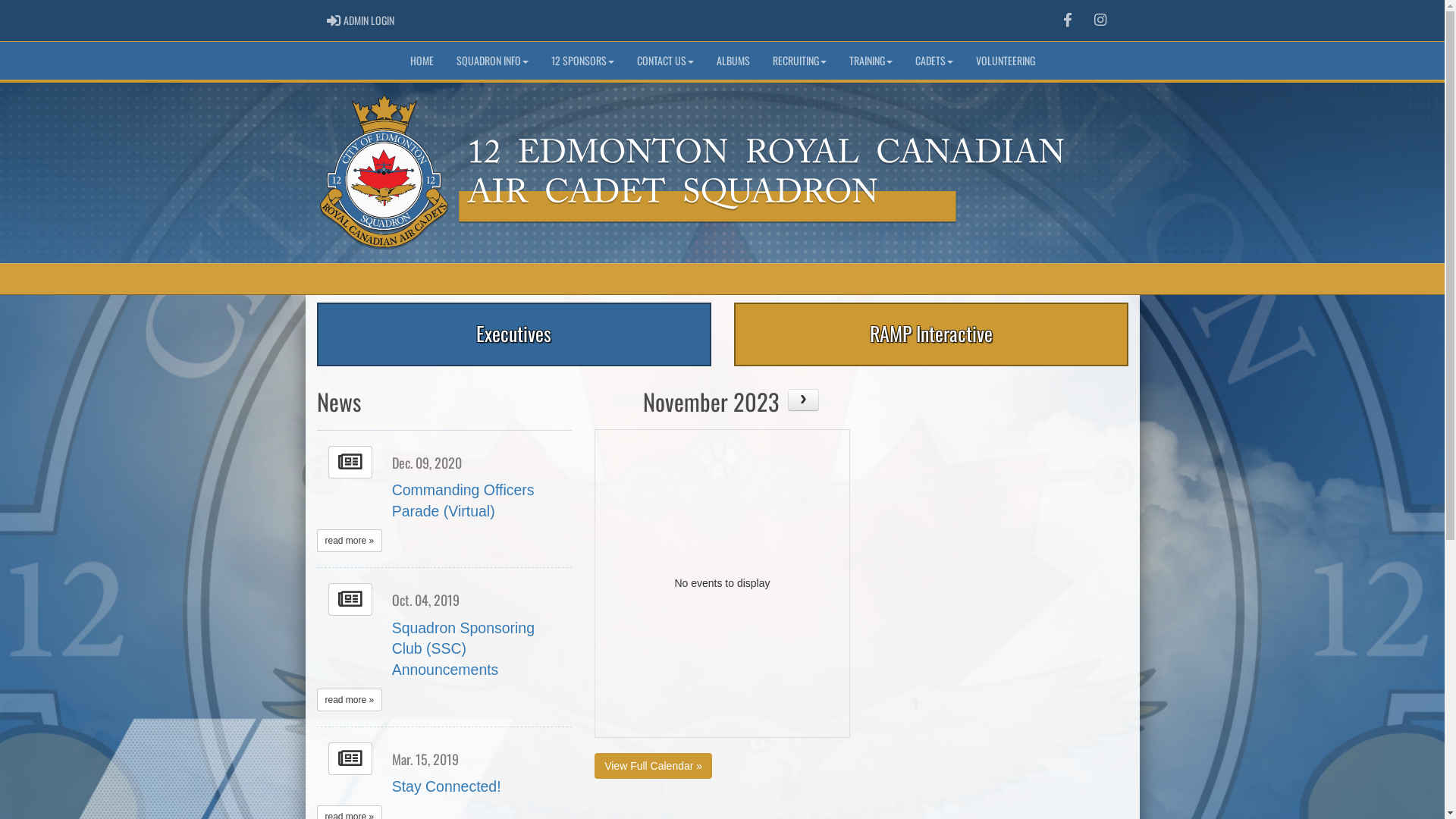 Image resolution: width=1456 pixels, height=819 pixels. What do you see at coordinates (733, 60) in the screenshot?
I see `'ALBUMS'` at bounding box center [733, 60].